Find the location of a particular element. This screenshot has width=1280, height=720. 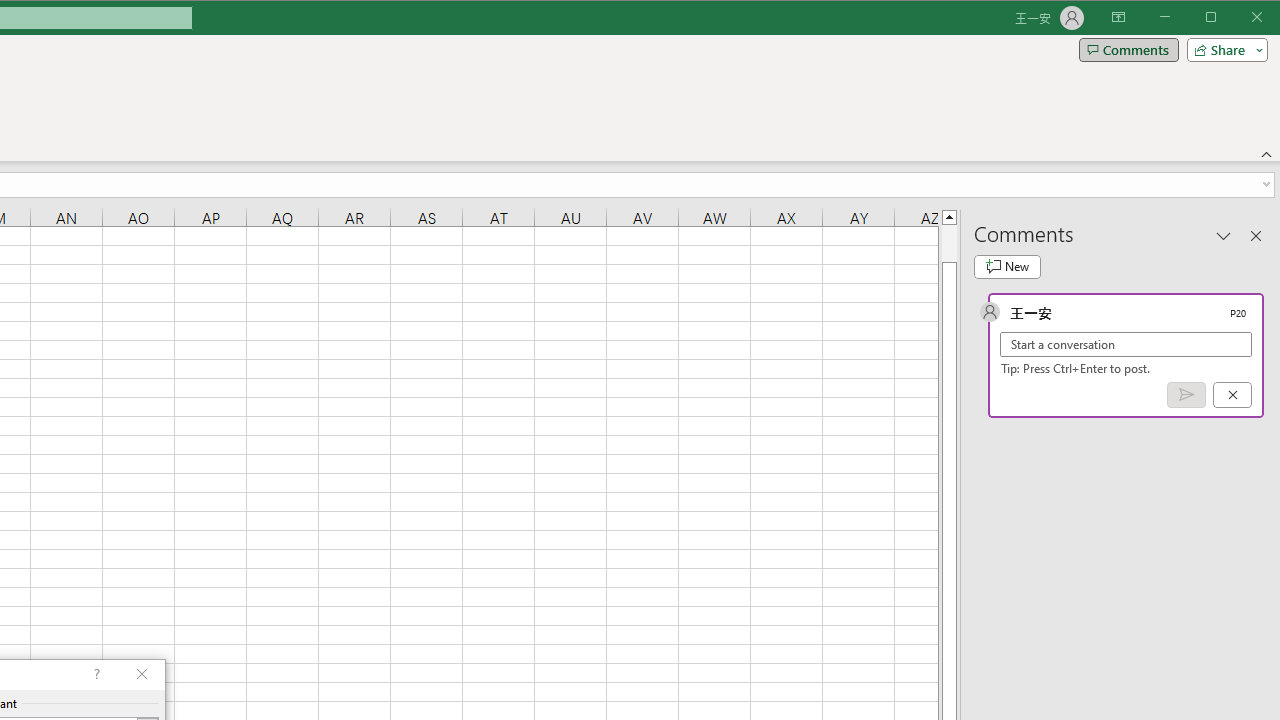

'Share' is located at coordinates (1222, 49).